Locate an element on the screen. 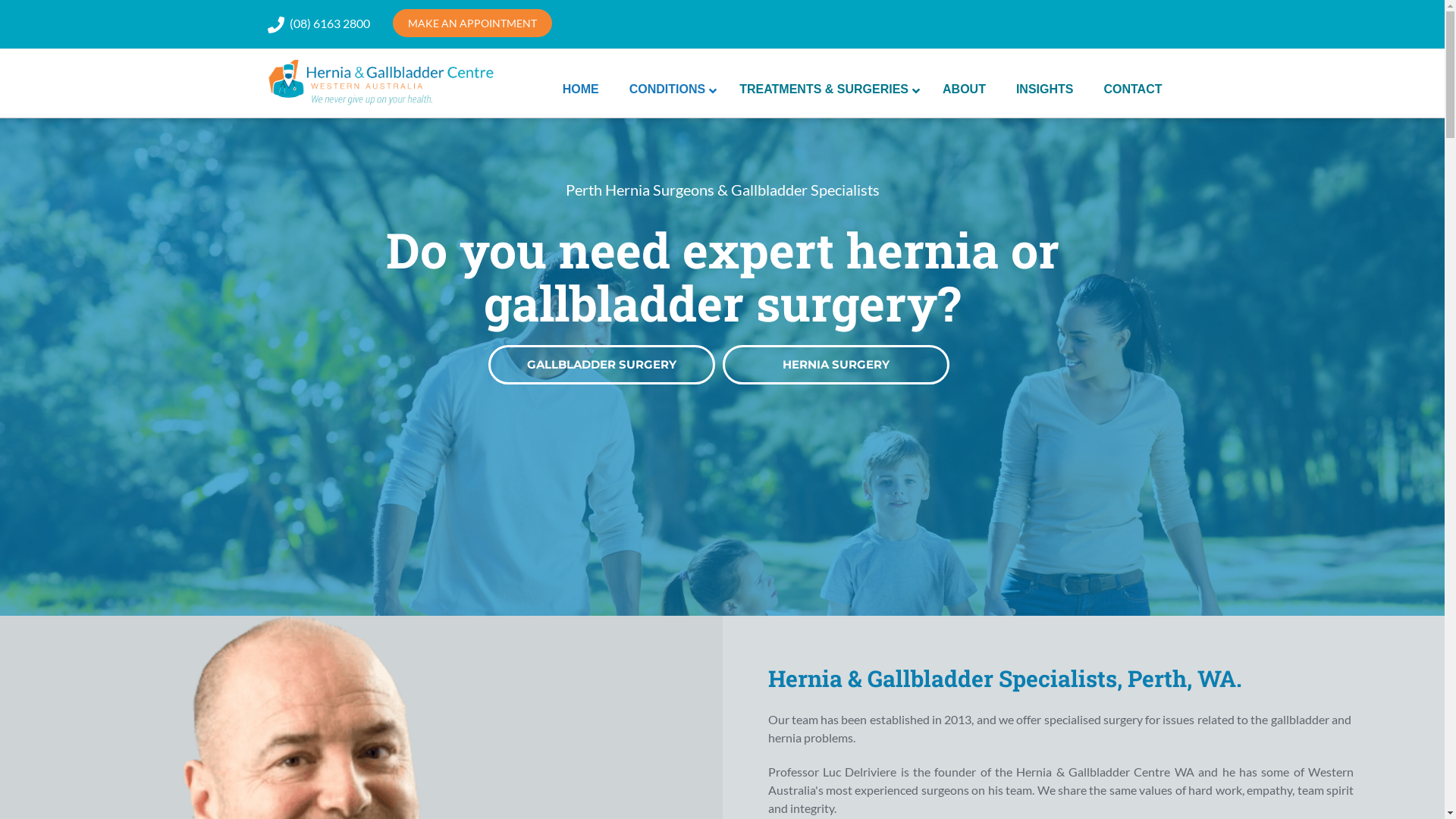 Image resolution: width=1456 pixels, height=819 pixels. '(08) 6163 2800' is located at coordinates (329, 23).